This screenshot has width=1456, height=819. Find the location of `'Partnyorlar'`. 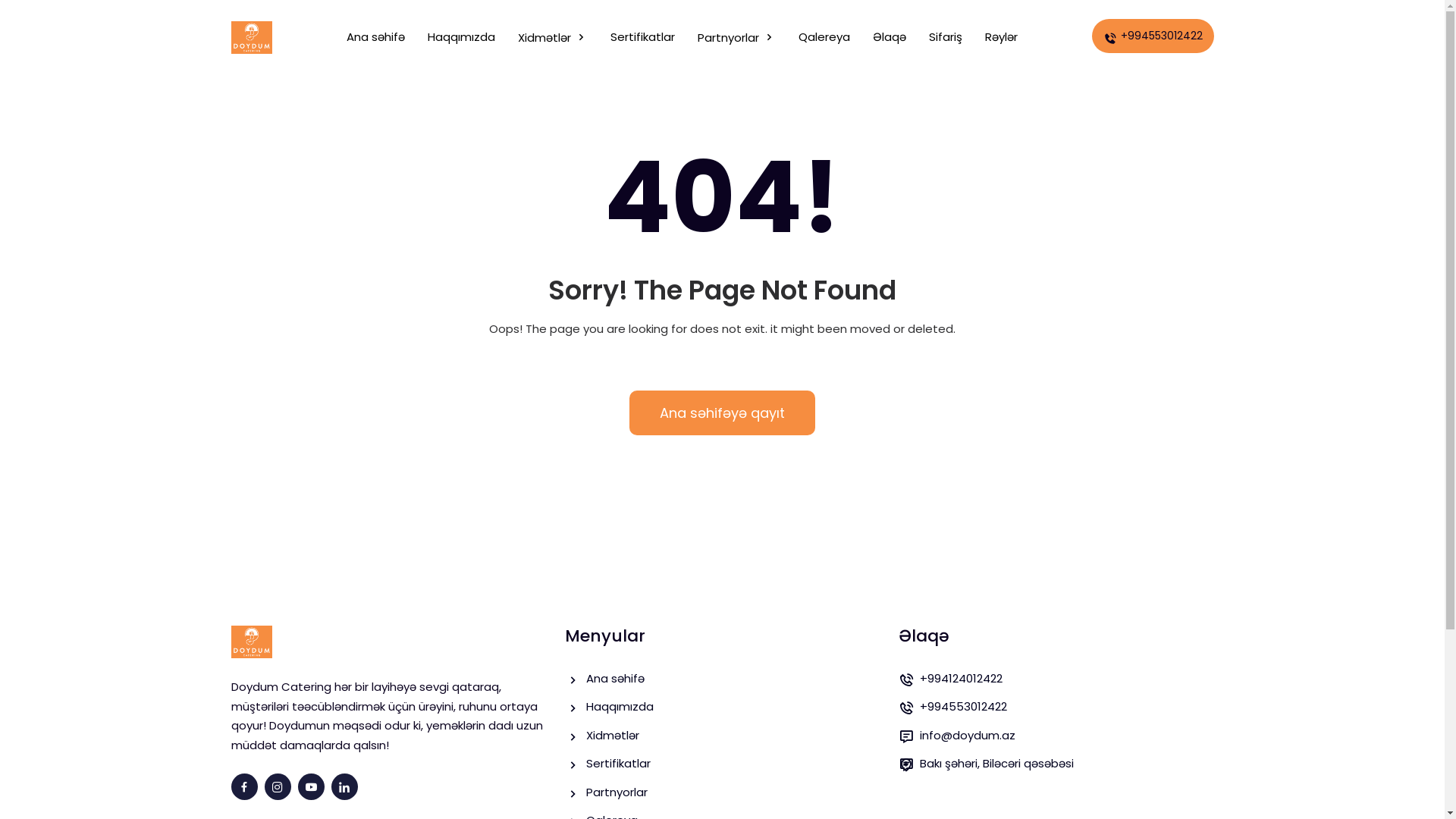

'Partnyorlar' is located at coordinates (736, 37).